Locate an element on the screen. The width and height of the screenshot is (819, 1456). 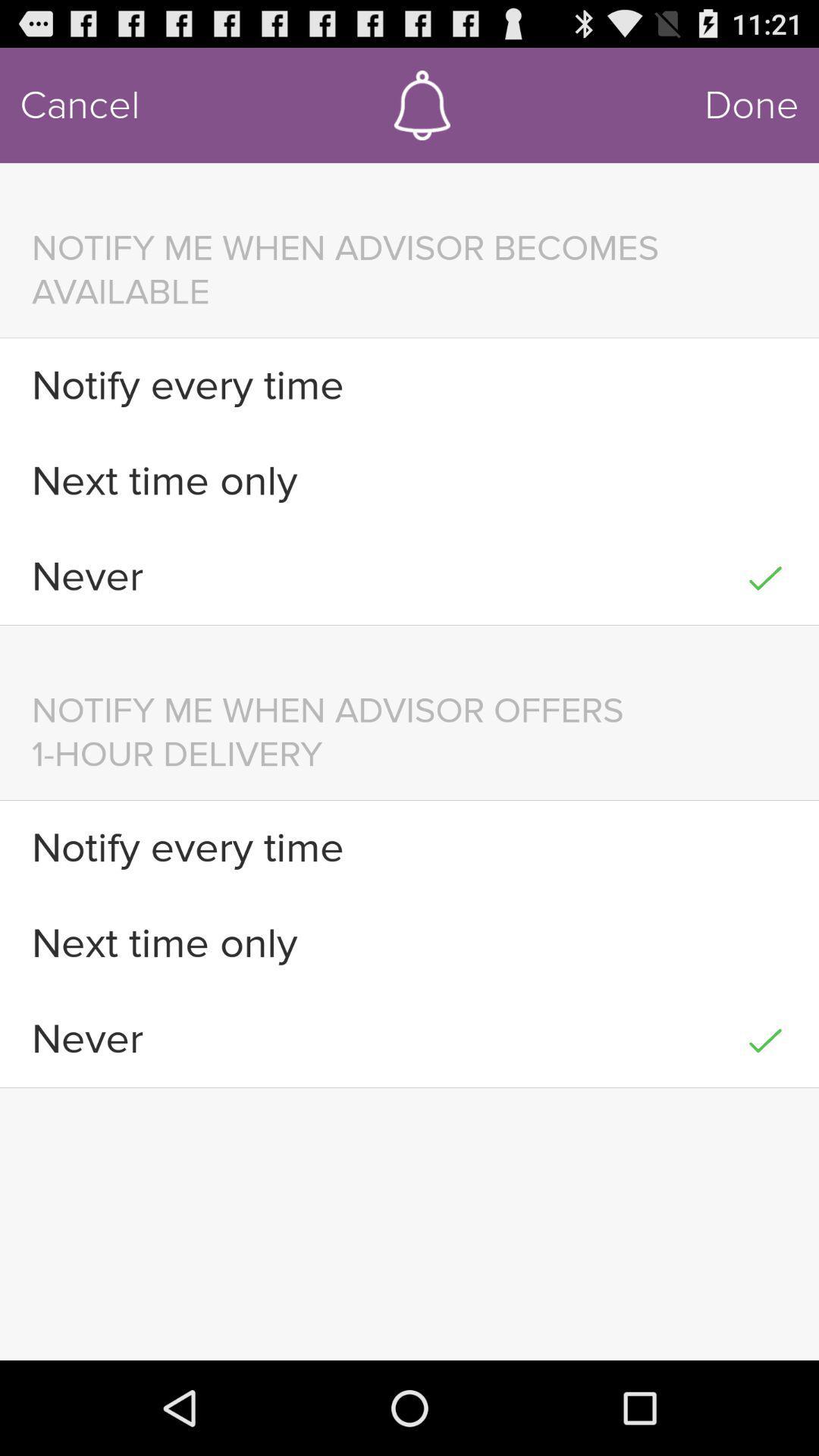
the icon to the right of the next time only item is located at coordinates (765, 943).